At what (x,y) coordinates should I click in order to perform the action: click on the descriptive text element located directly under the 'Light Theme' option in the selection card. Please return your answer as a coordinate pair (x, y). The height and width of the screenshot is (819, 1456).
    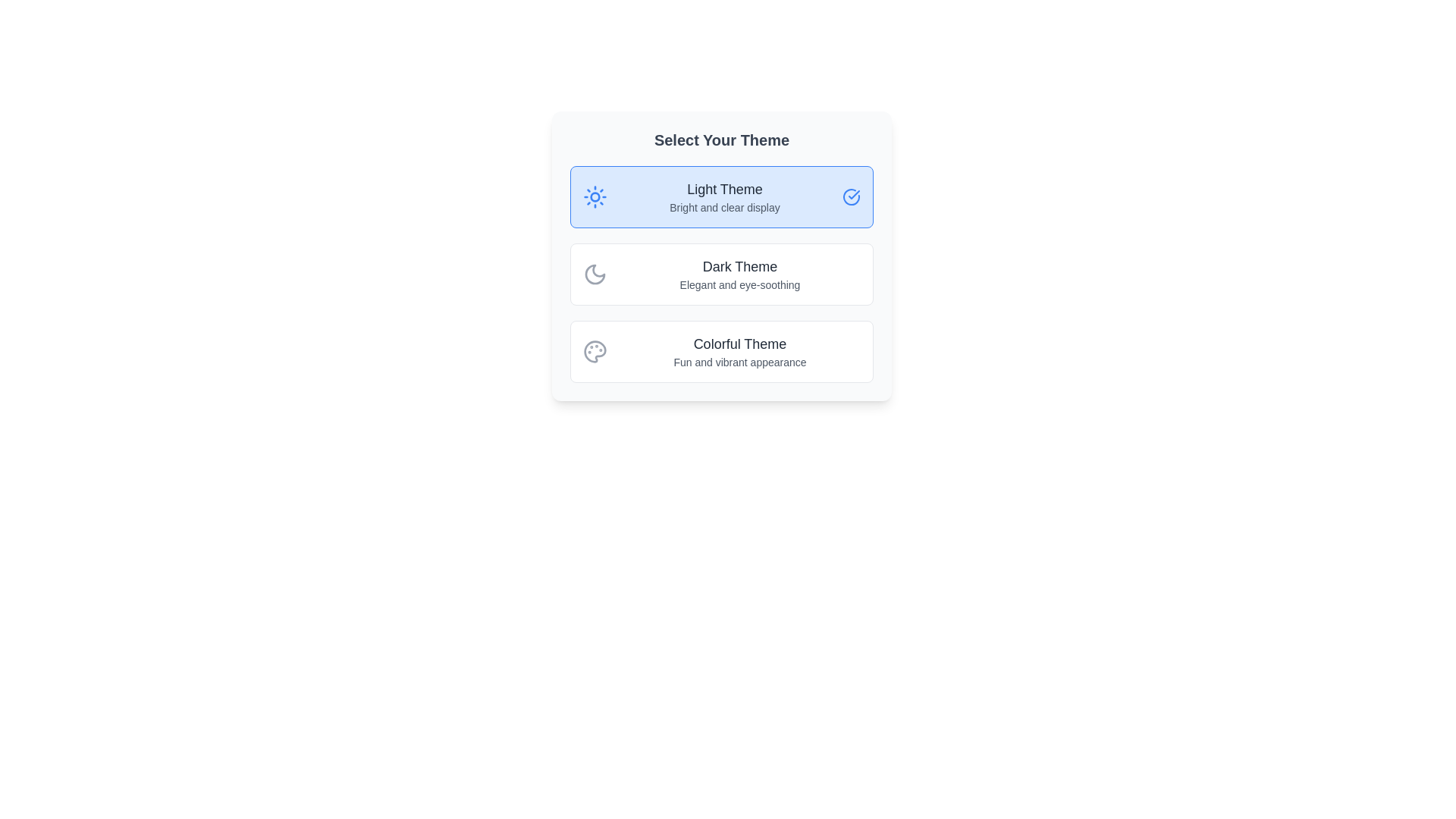
    Looking at the image, I should click on (723, 207).